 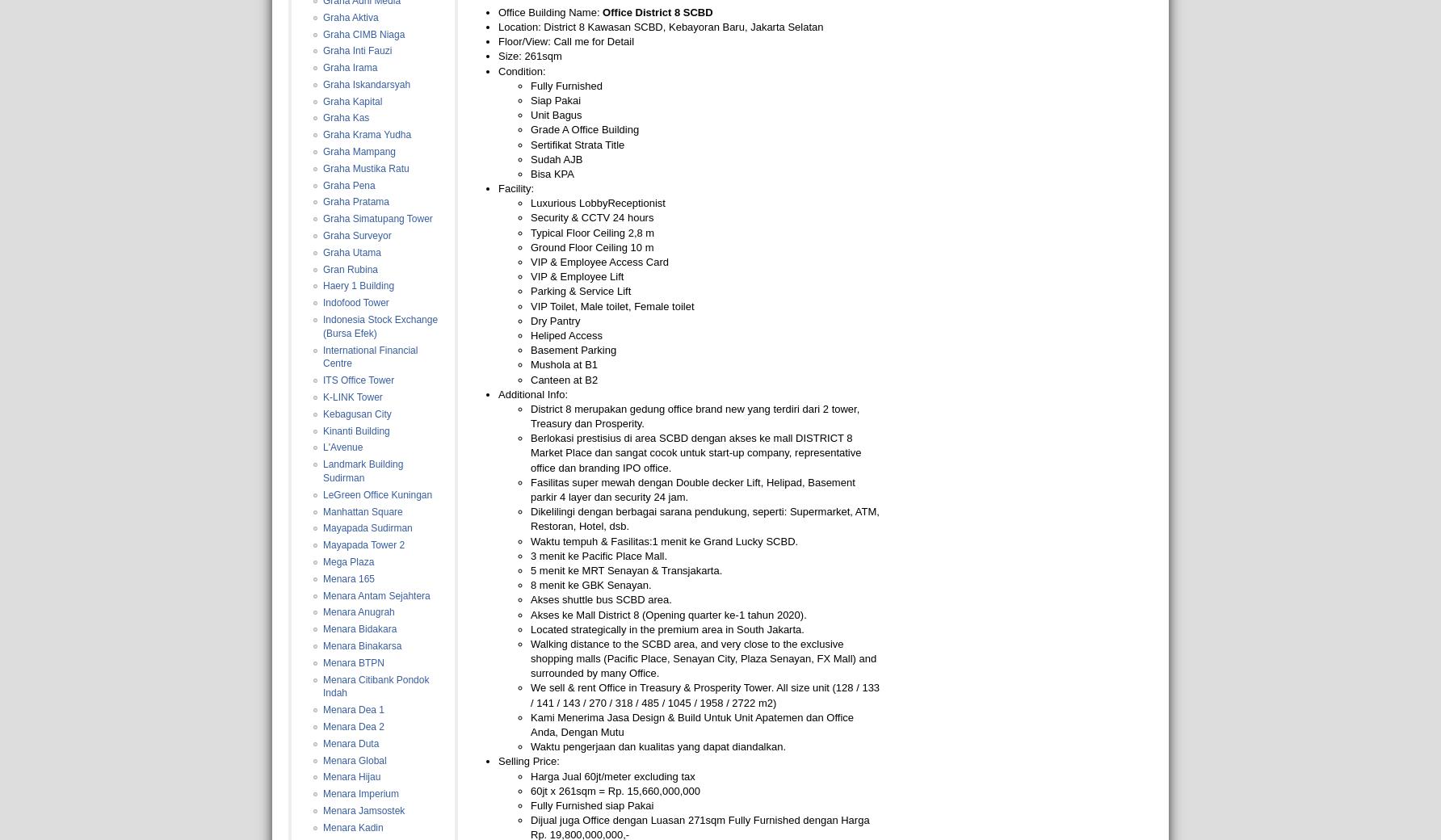 I want to click on 'Fully Furnished siap Pakai', so click(x=592, y=804).